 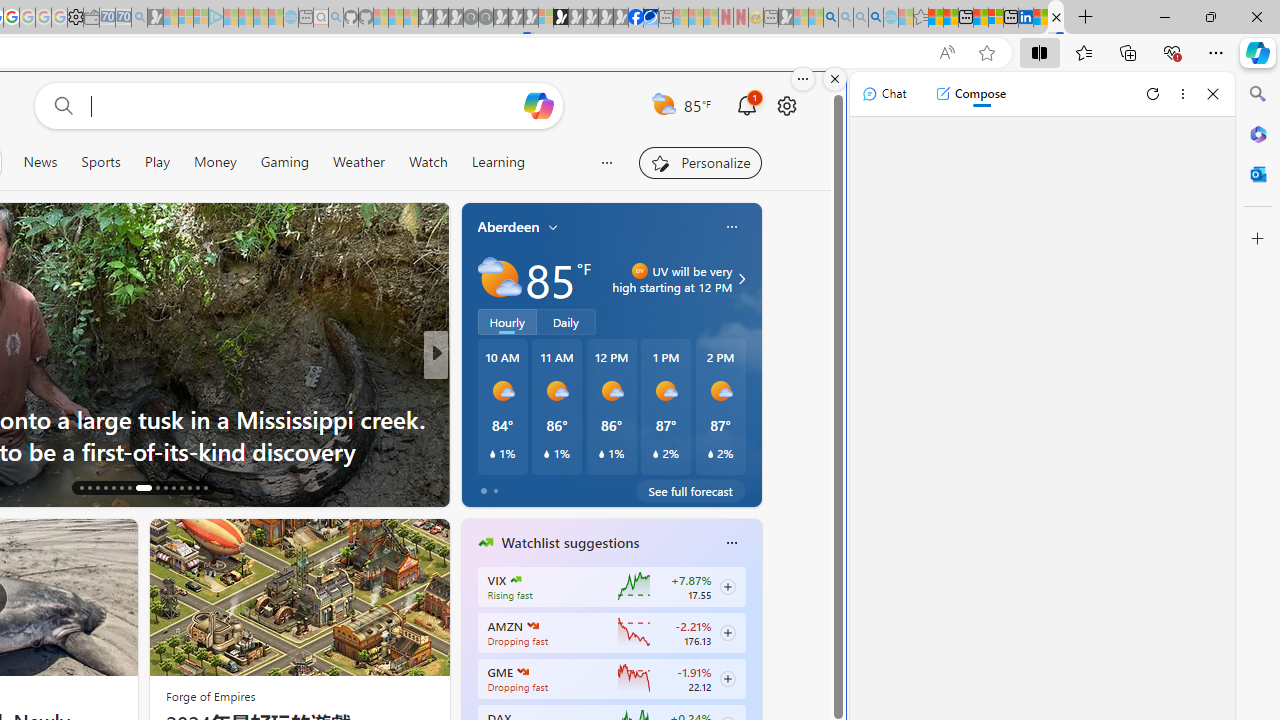 I want to click on 'Gaming', so click(x=284, y=161).